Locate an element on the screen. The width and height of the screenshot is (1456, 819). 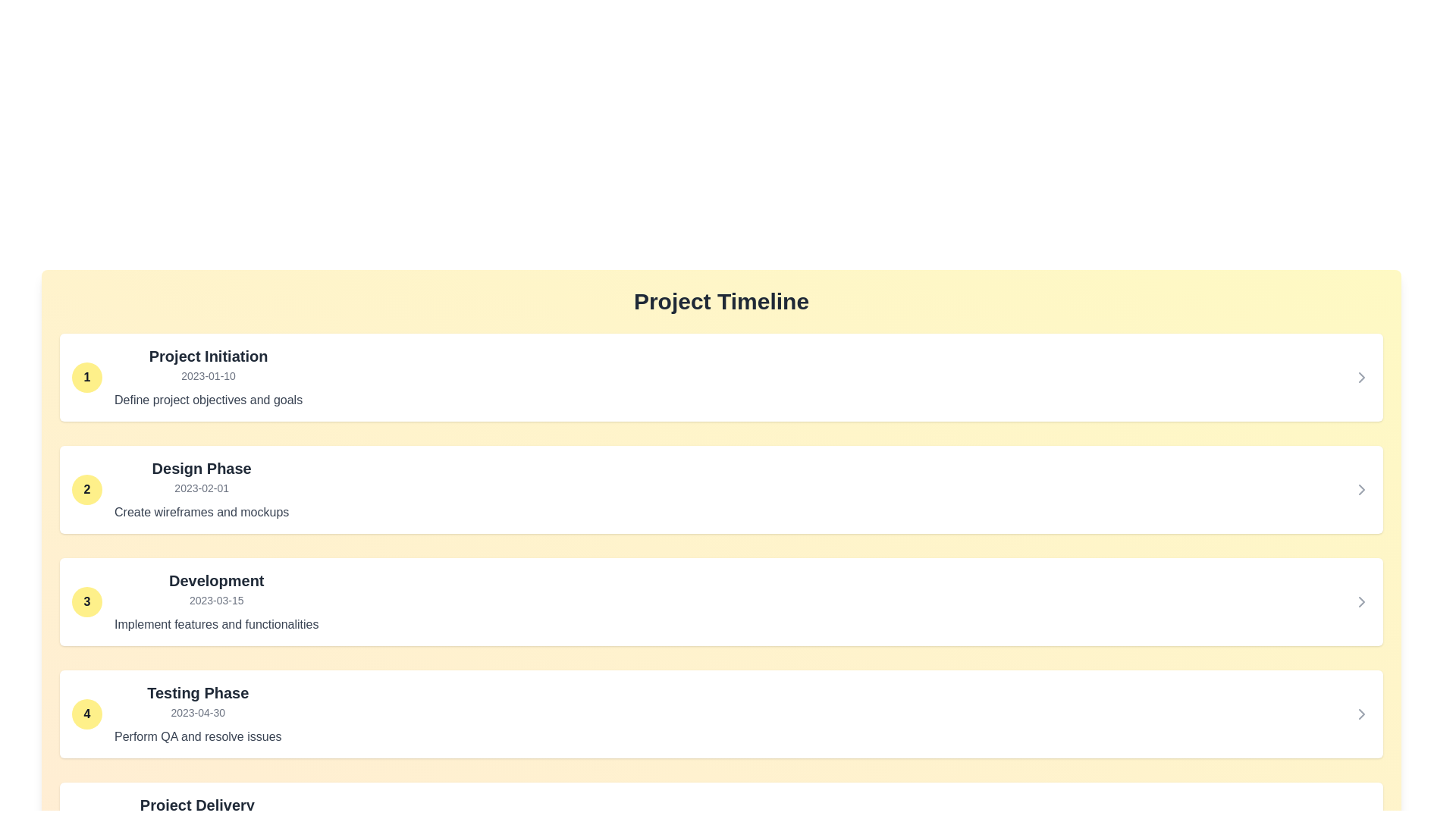
small gray text label displaying the date '2023-01-10' located between the title 'Project Initiation' and the description text is located at coordinates (208, 375).